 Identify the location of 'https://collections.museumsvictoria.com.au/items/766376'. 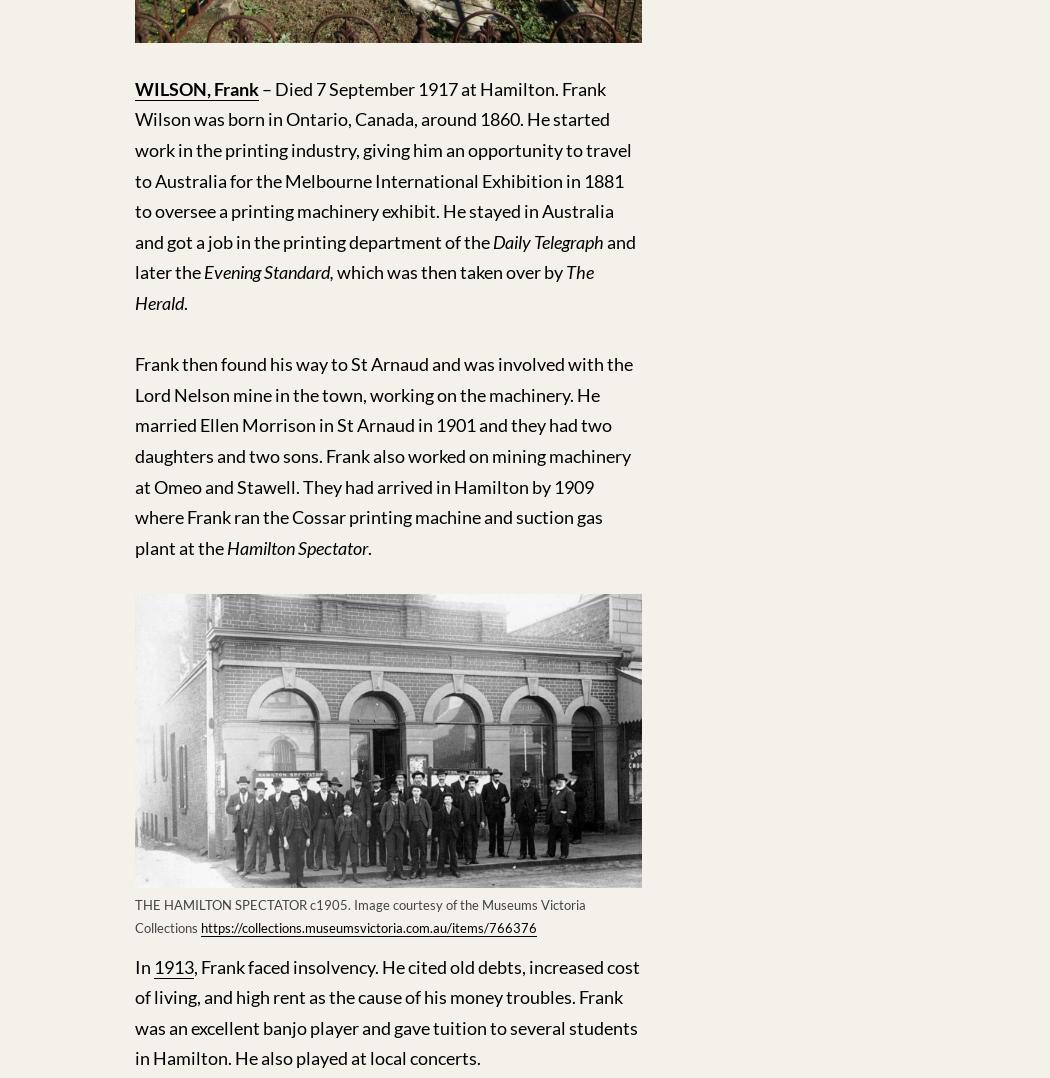
(367, 925).